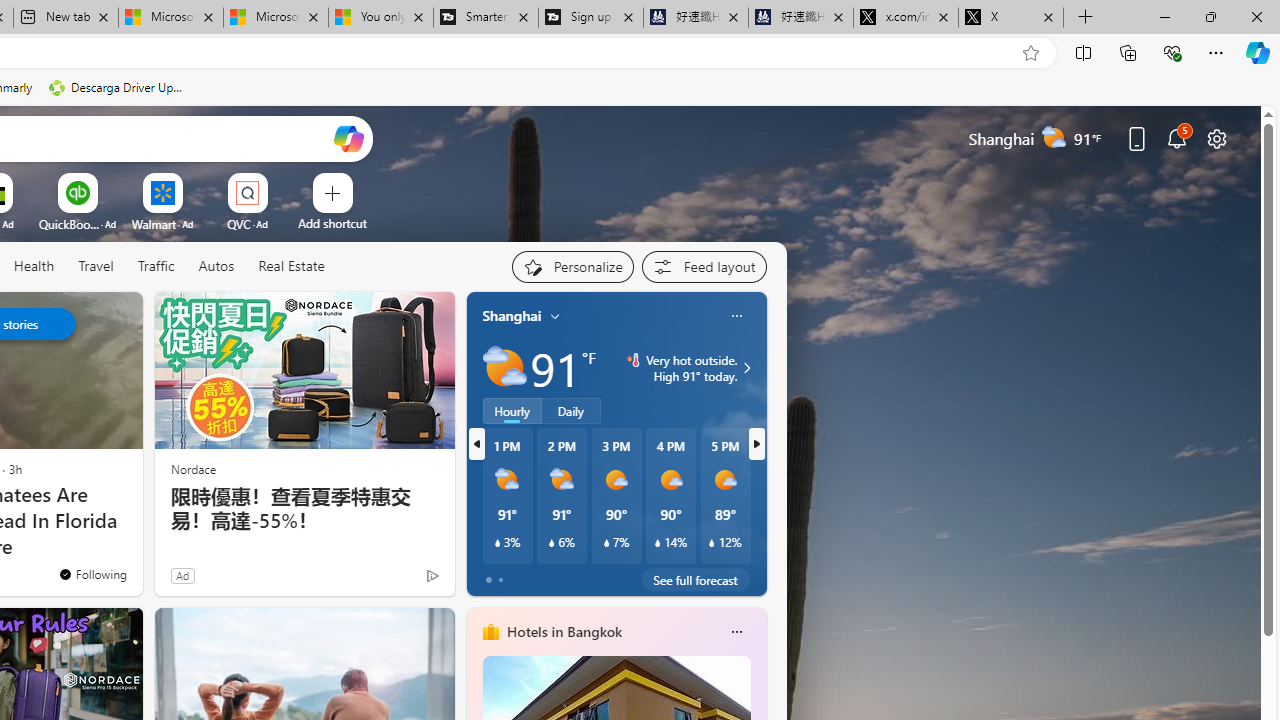  Describe the element at coordinates (735, 632) in the screenshot. I see `'Class: icon-img'` at that location.